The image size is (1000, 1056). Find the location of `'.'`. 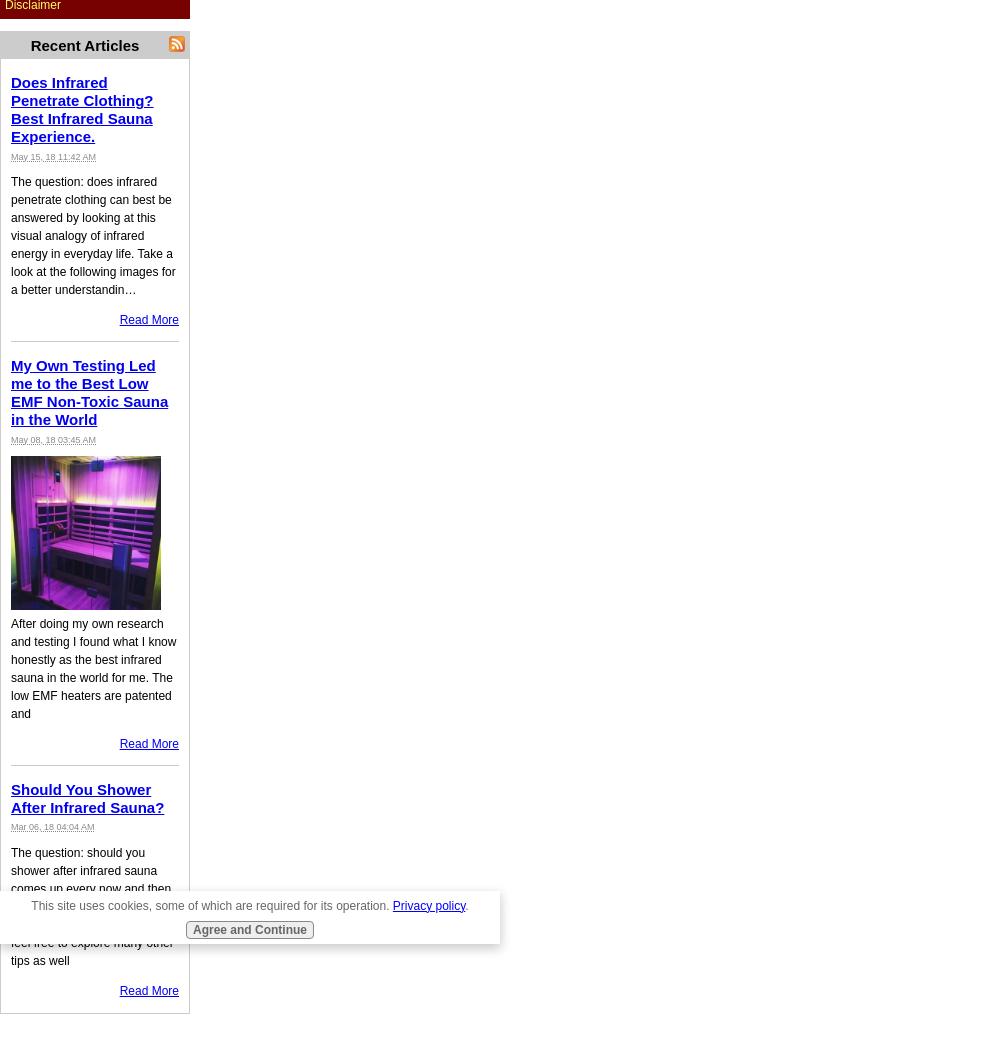

'.' is located at coordinates (465, 903).